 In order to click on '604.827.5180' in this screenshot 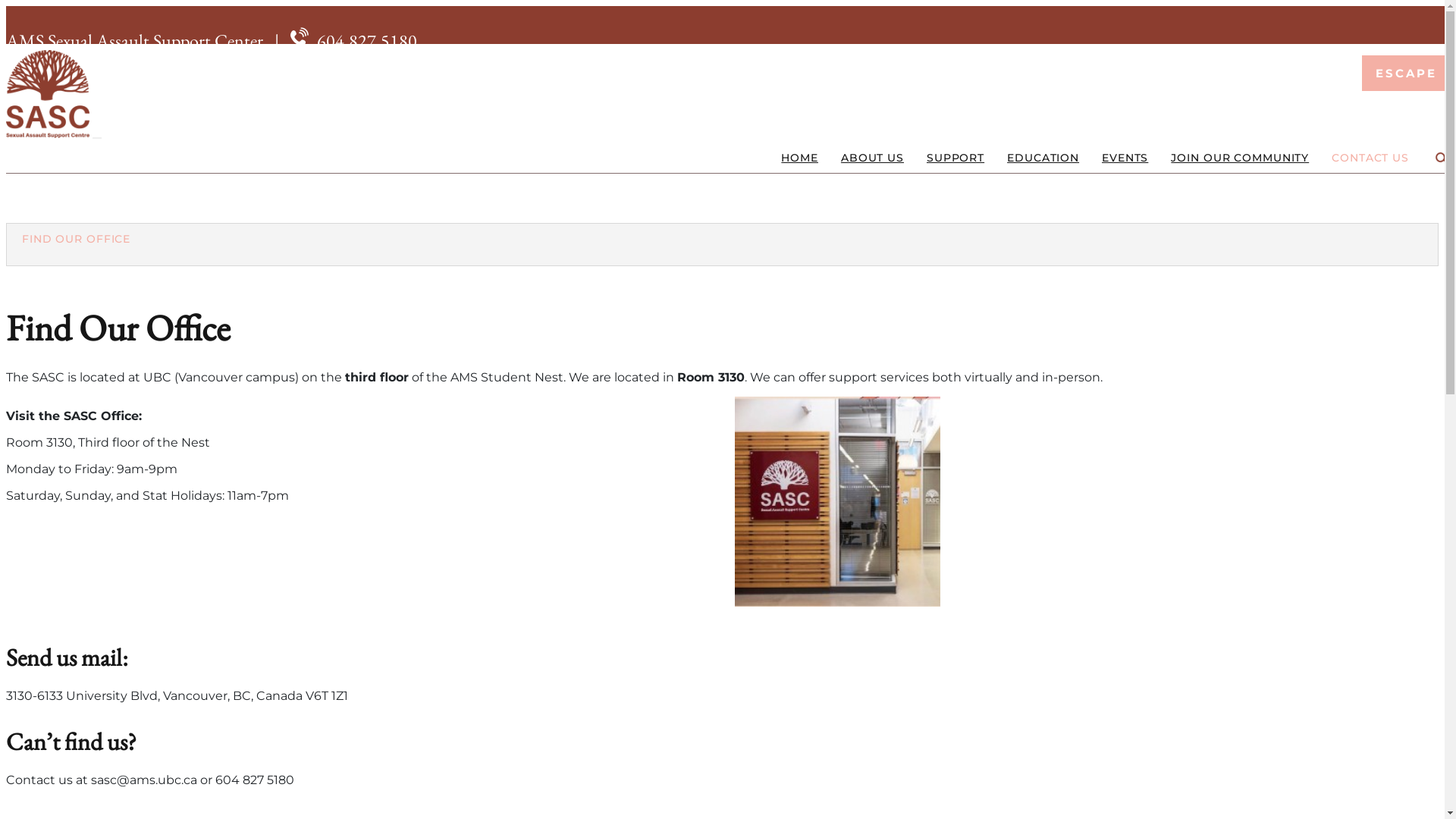, I will do `click(367, 39)`.